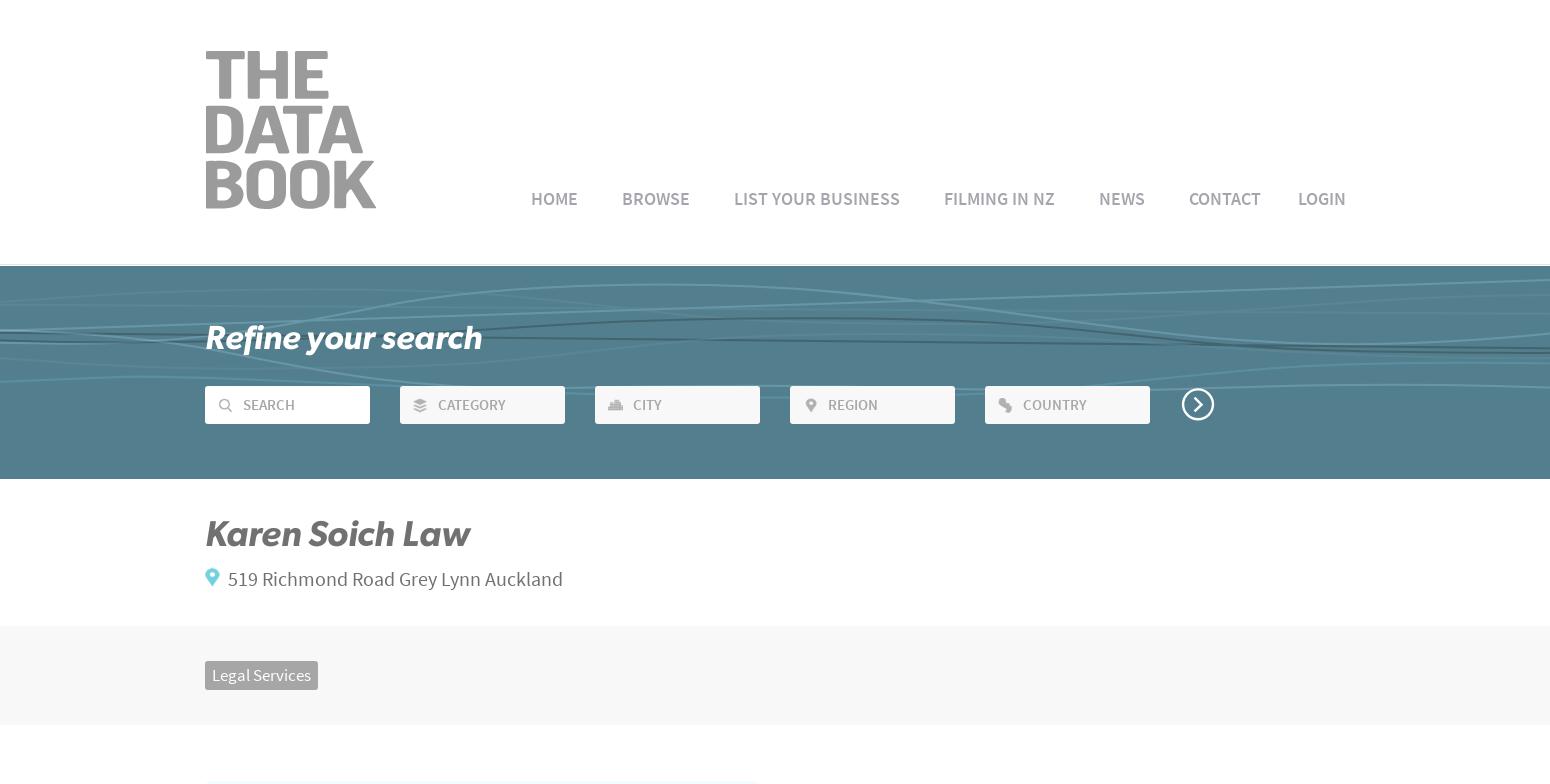  Describe the element at coordinates (1097, 197) in the screenshot. I see `'News'` at that location.